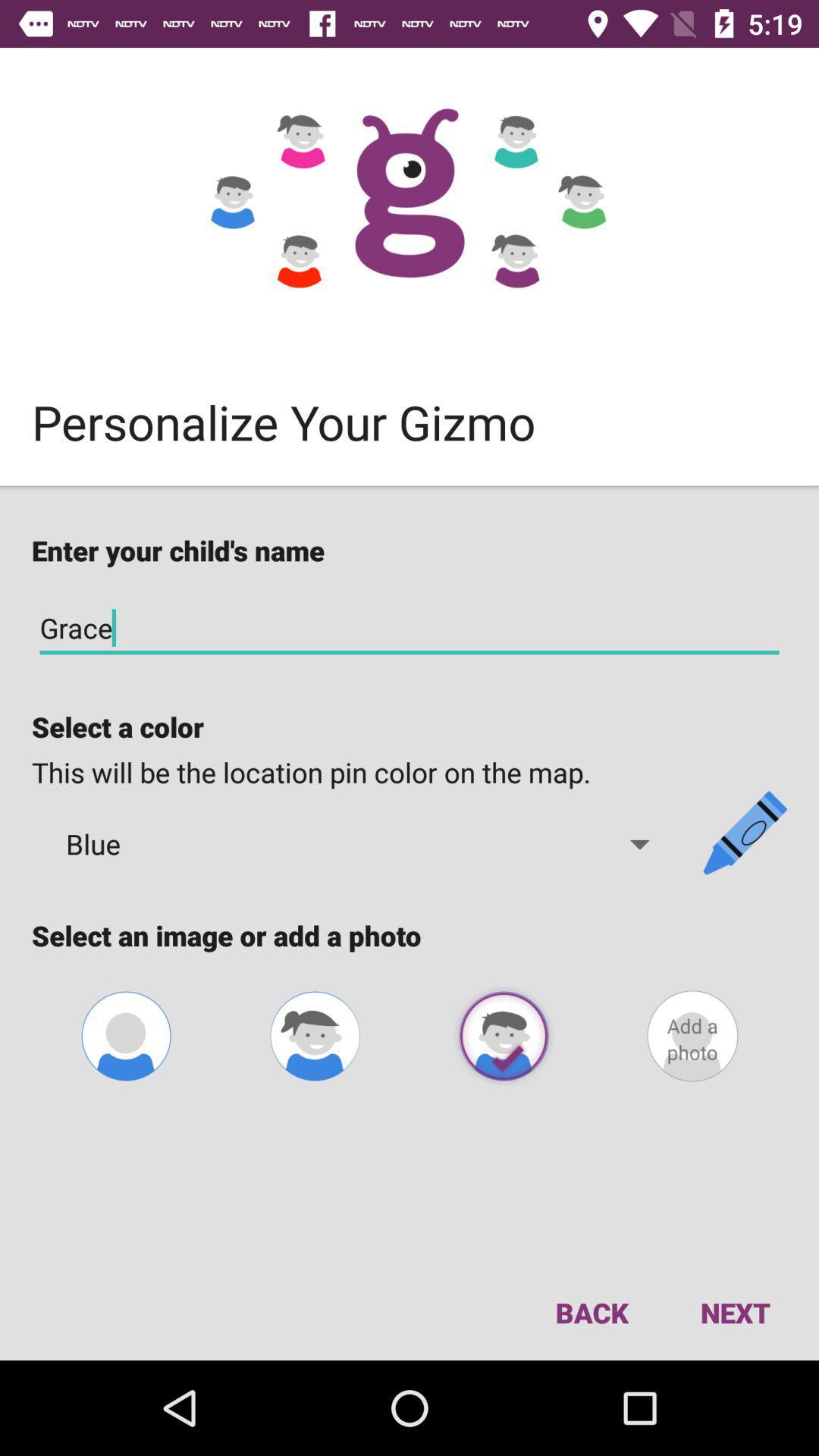  Describe the element at coordinates (504, 1035) in the screenshot. I see `avatar` at that location.